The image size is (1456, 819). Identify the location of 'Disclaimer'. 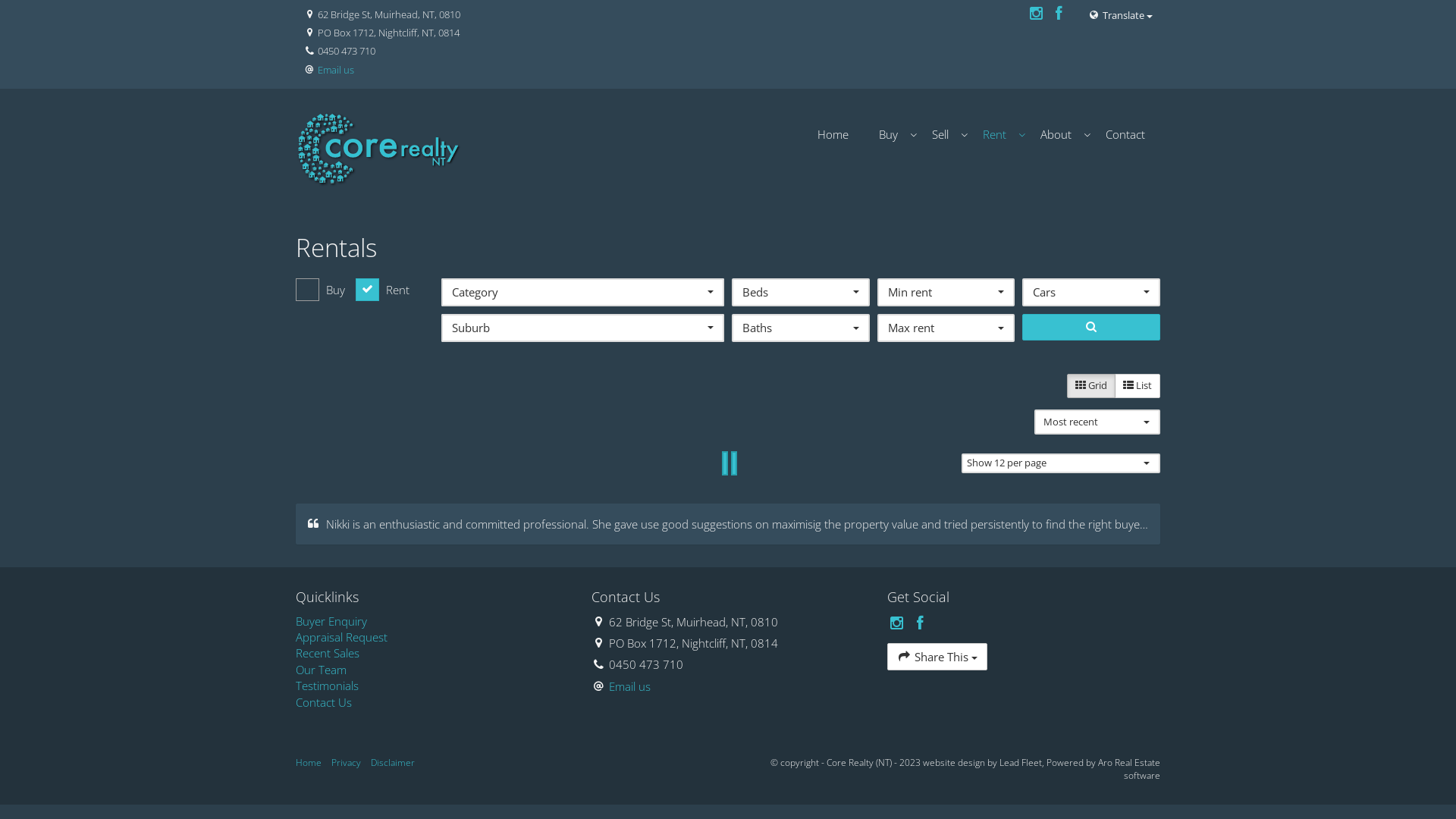
(393, 762).